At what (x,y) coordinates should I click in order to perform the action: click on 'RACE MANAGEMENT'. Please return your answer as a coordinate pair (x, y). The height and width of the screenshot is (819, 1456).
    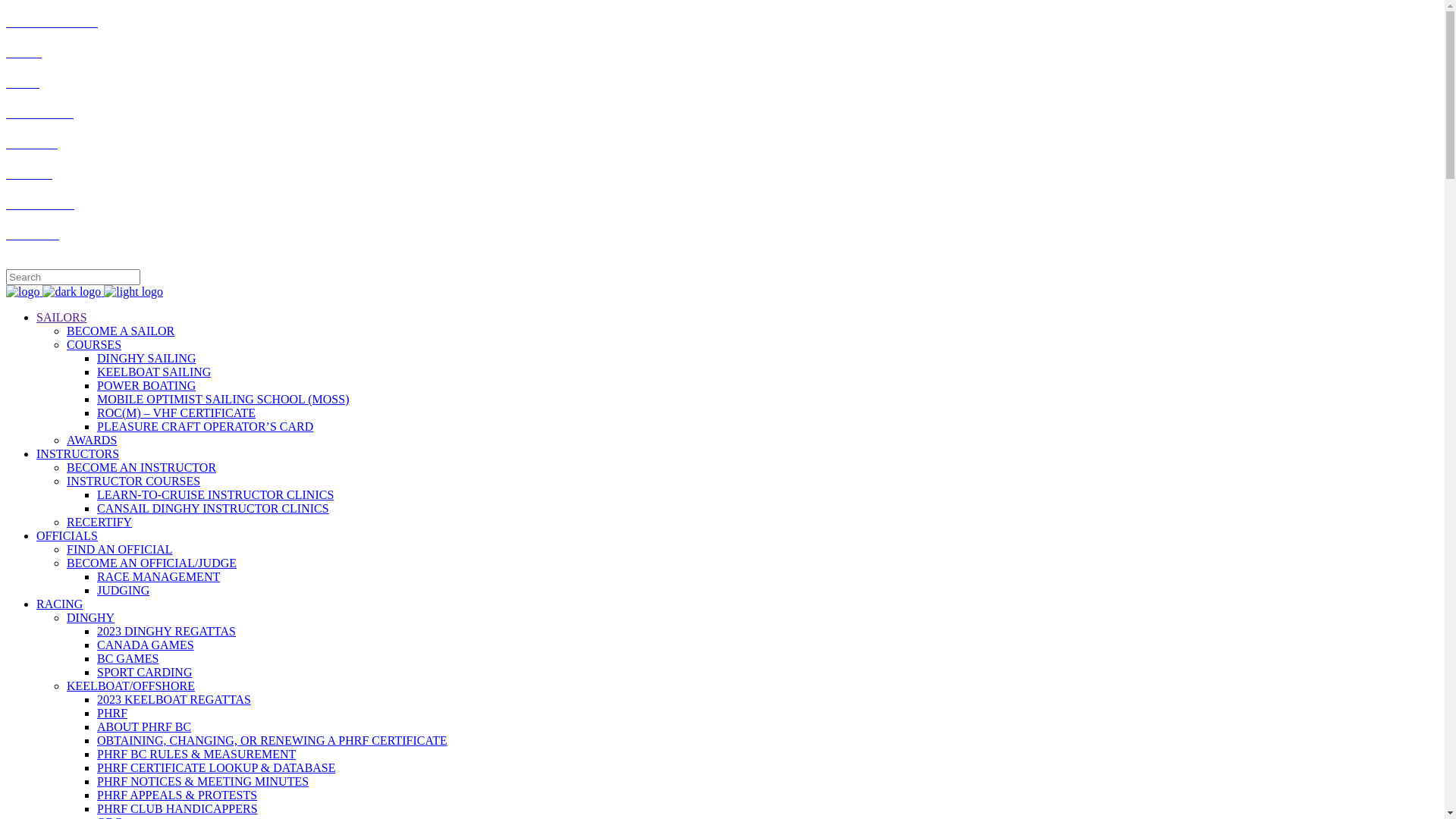
    Looking at the image, I should click on (158, 576).